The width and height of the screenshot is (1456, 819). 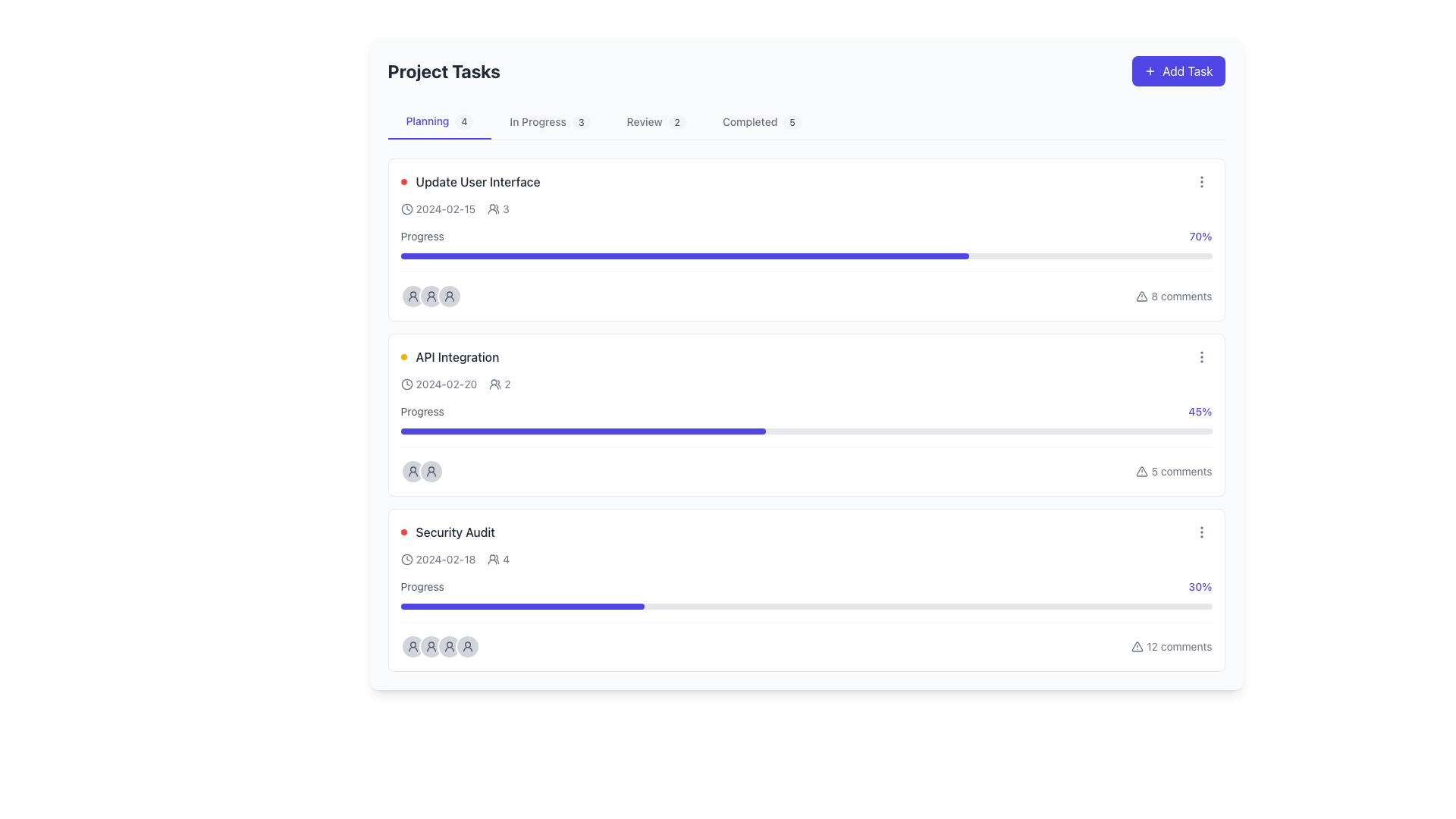 I want to click on the small circular clock icon with a black outline located next to the date '2024-02-15' in the 'Planning' section, so click(x=406, y=209).